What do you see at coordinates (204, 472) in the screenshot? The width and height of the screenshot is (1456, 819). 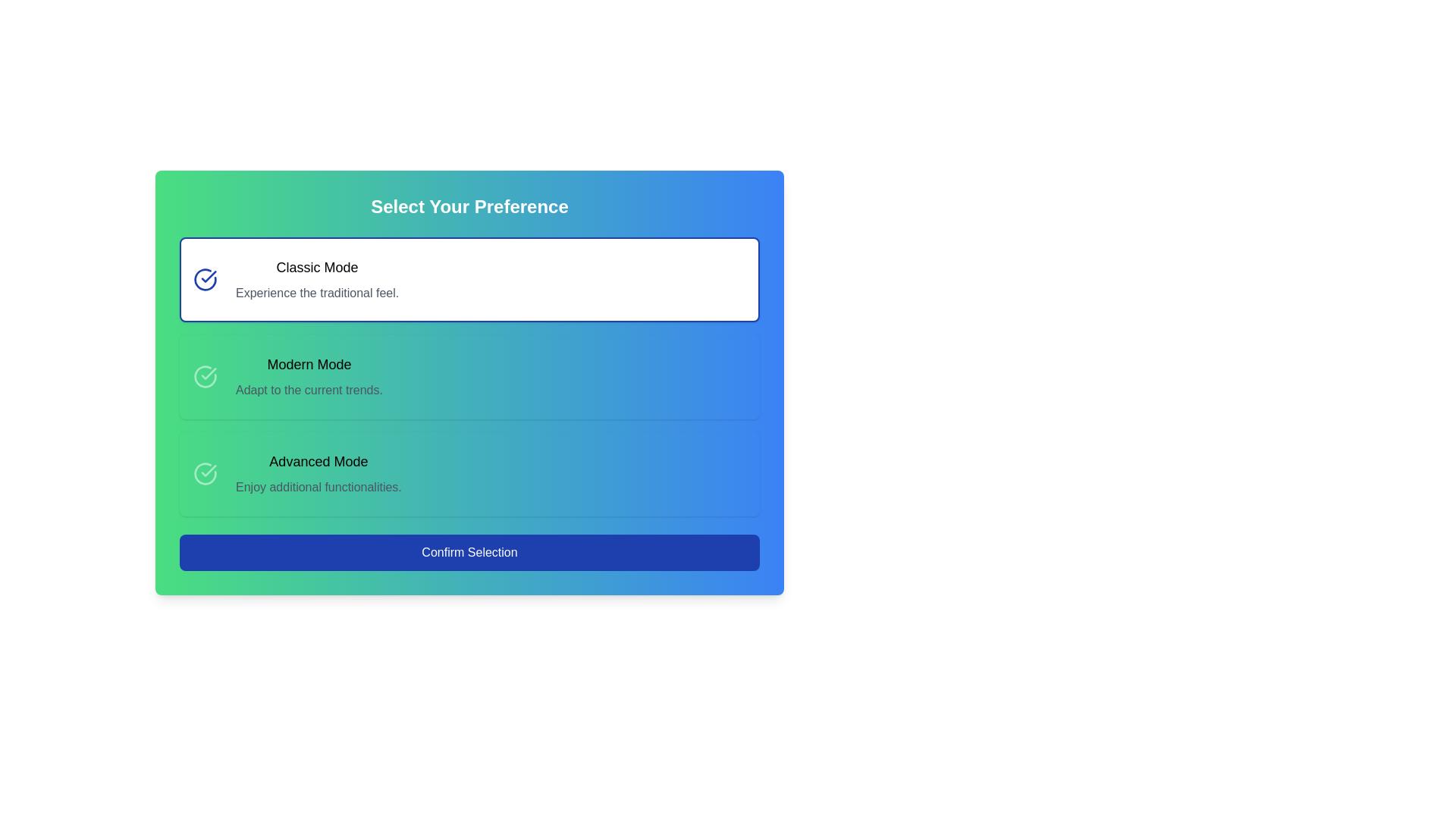 I see `the decorative graphical element that indicates the selected state of the 'Advanced Mode' option within the SVG interface` at bounding box center [204, 472].